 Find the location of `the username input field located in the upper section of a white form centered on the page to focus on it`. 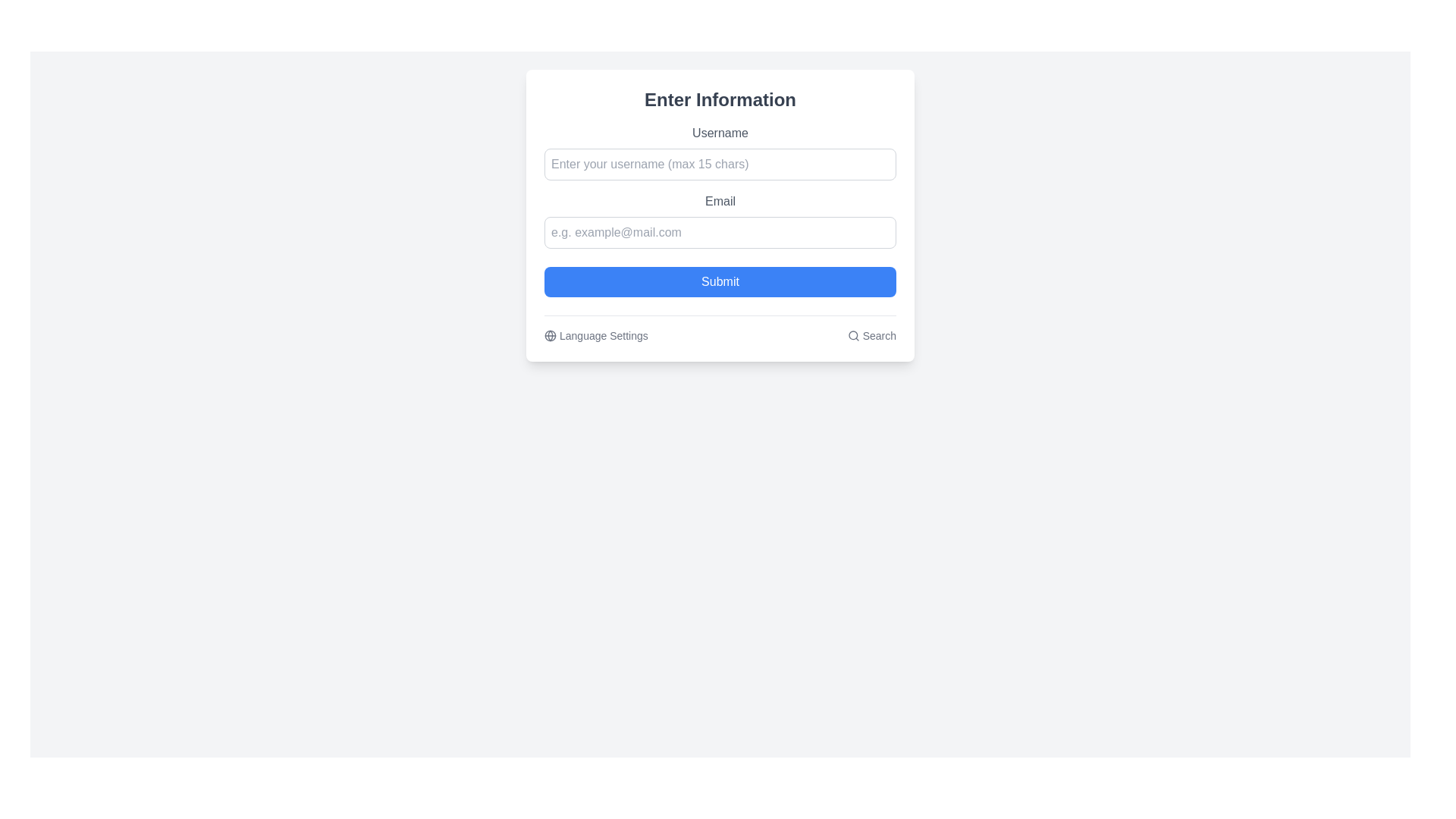

the username input field located in the upper section of a white form centered on the page to focus on it is located at coordinates (720, 152).